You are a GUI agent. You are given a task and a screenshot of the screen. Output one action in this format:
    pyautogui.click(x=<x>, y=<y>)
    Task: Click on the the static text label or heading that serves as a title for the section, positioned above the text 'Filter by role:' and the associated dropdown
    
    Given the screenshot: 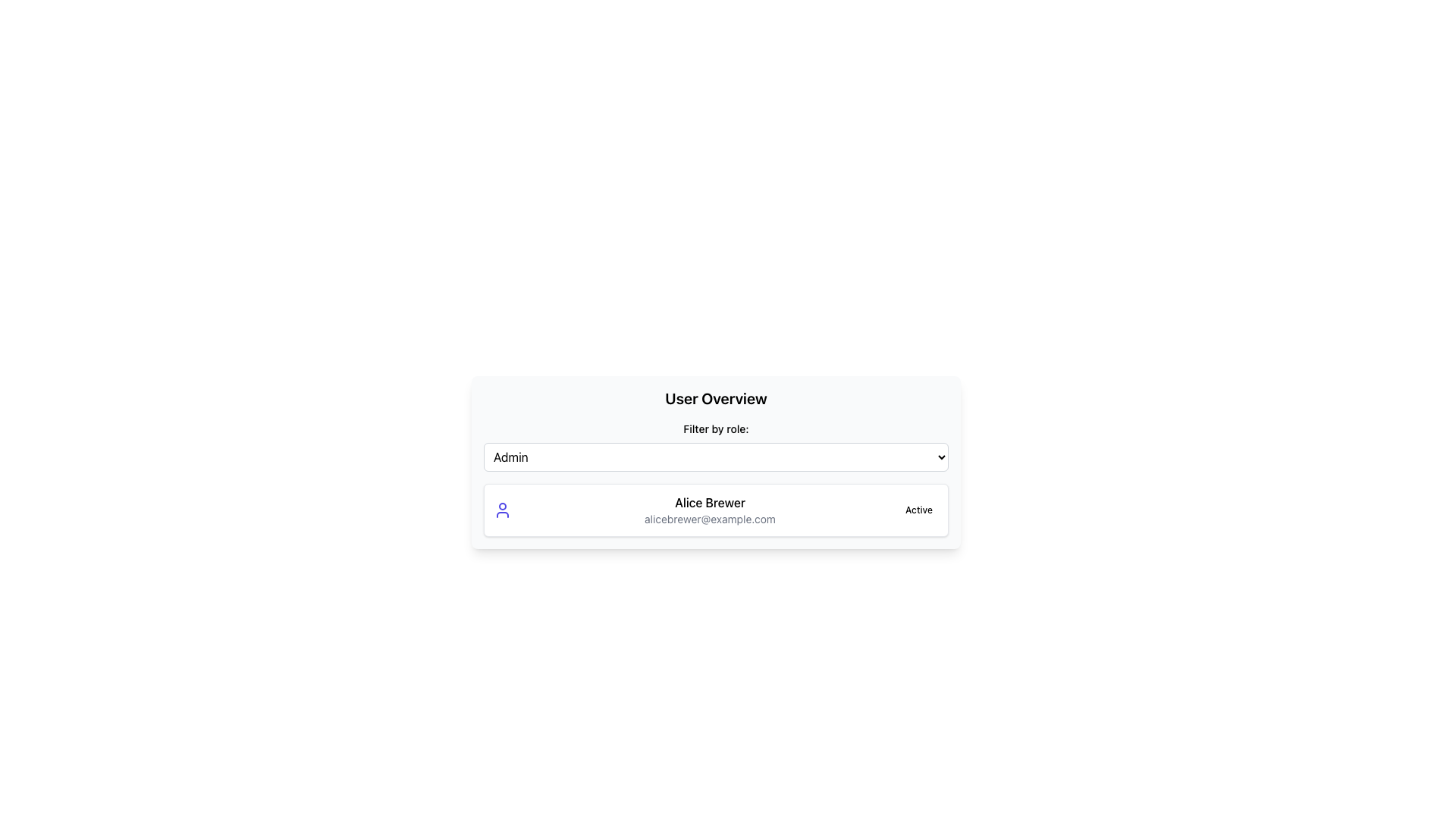 What is the action you would take?
    pyautogui.click(x=715, y=397)
    